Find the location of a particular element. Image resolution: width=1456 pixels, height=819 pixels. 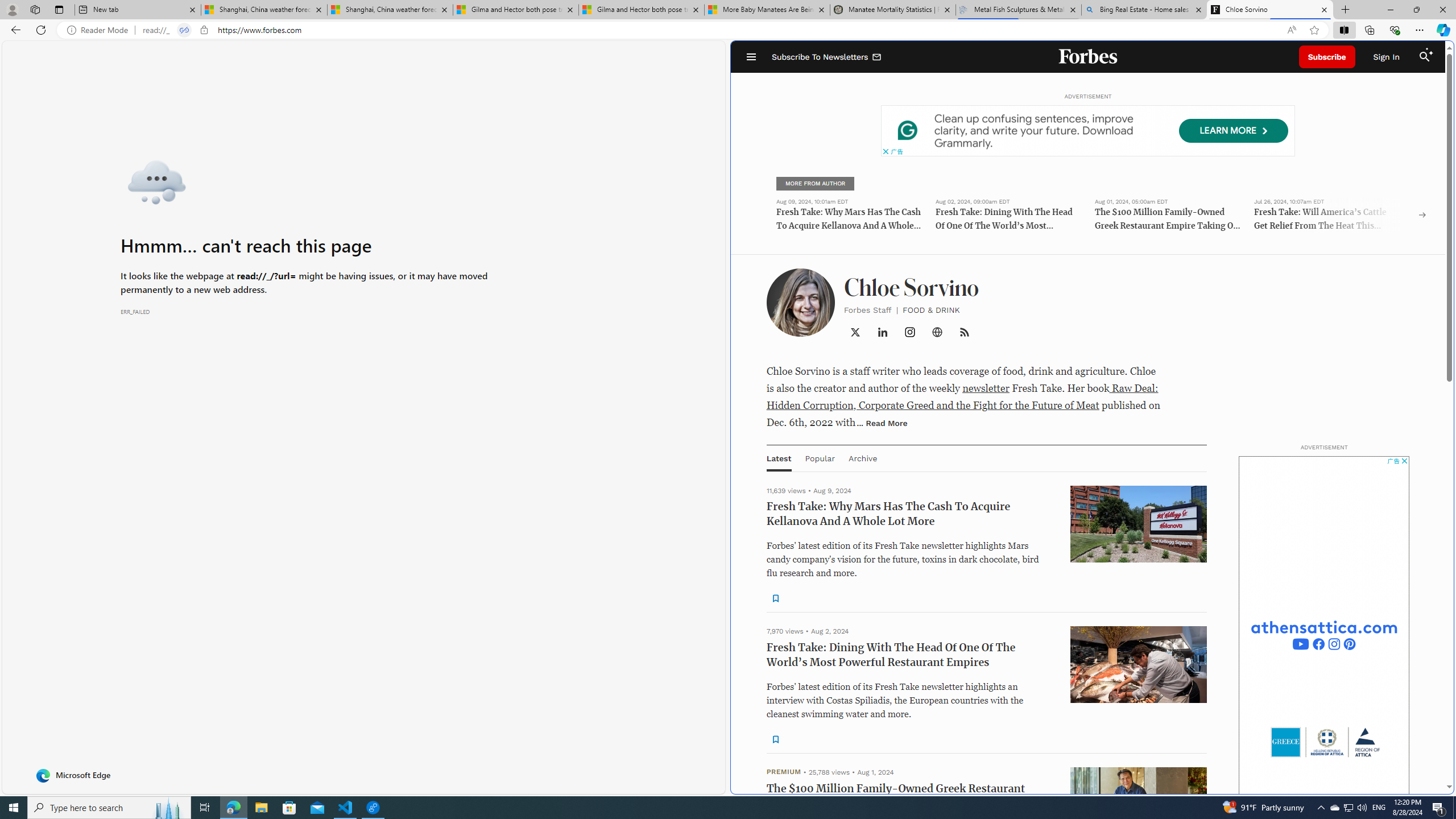

'newsletter' is located at coordinates (985, 387).